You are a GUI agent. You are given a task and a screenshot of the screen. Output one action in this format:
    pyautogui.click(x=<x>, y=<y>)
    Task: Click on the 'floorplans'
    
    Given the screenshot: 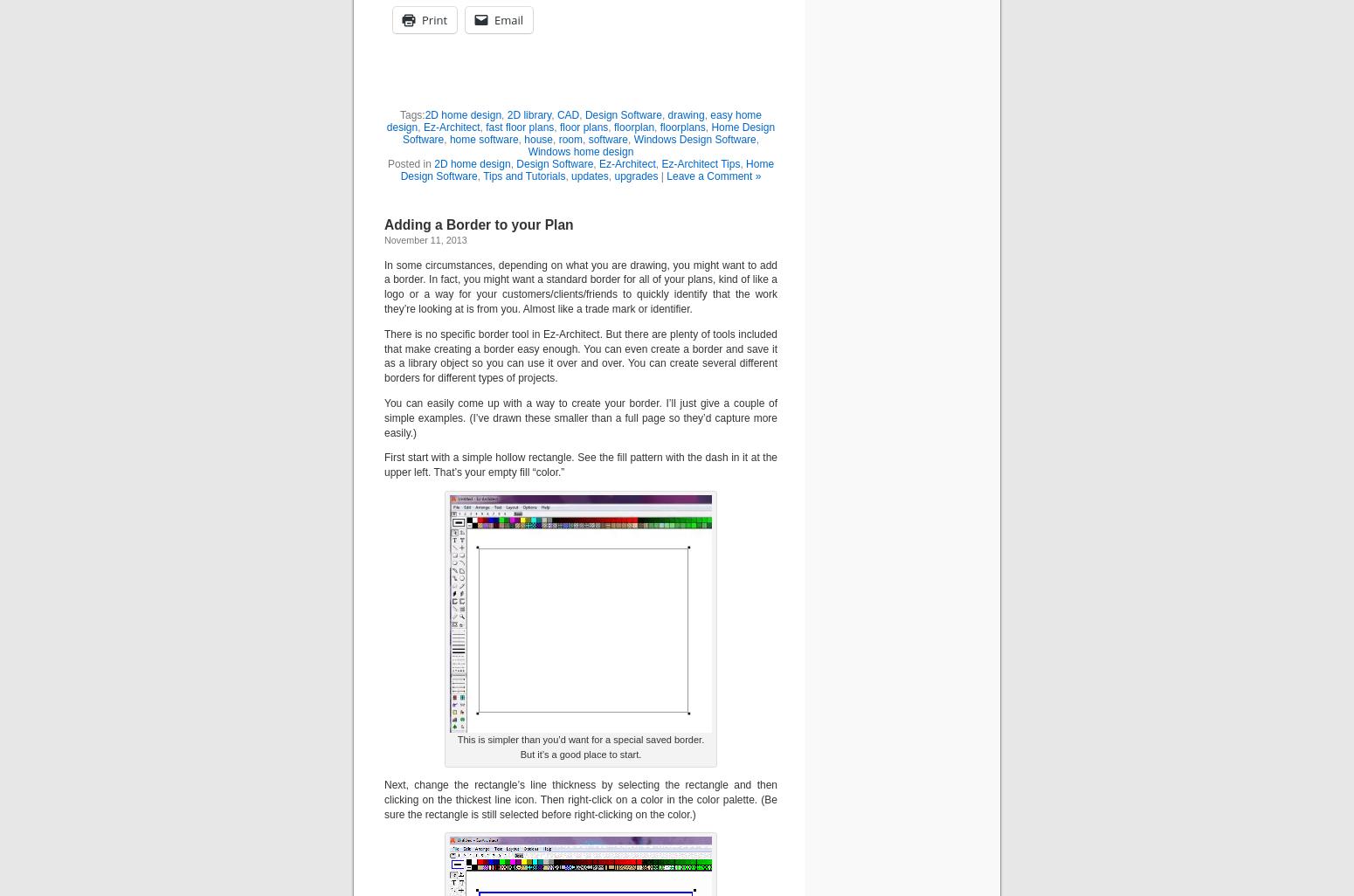 What is the action you would take?
    pyautogui.click(x=681, y=127)
    